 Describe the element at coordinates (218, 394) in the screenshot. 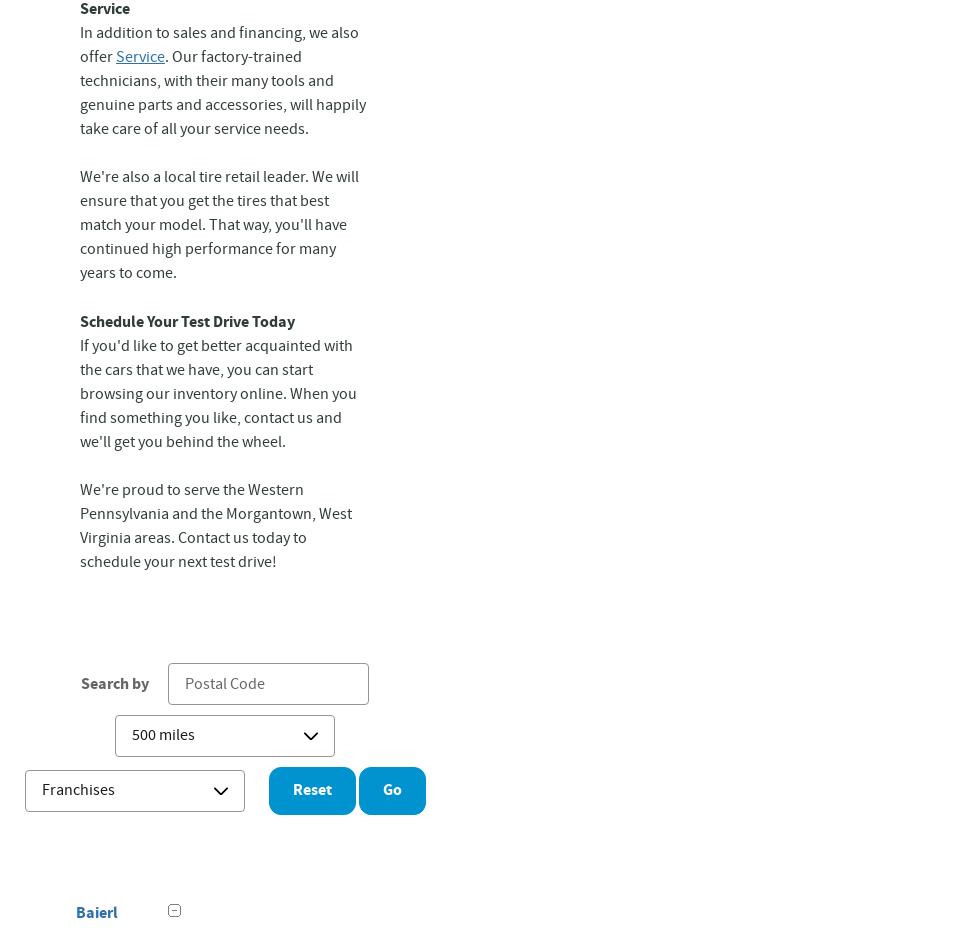

I see `'If you'd like to get better acquainted with the cars that we have, you can start browsing our inventory online. When you find something you like, contact us and we'll get you behind the wheel.'` at that location.